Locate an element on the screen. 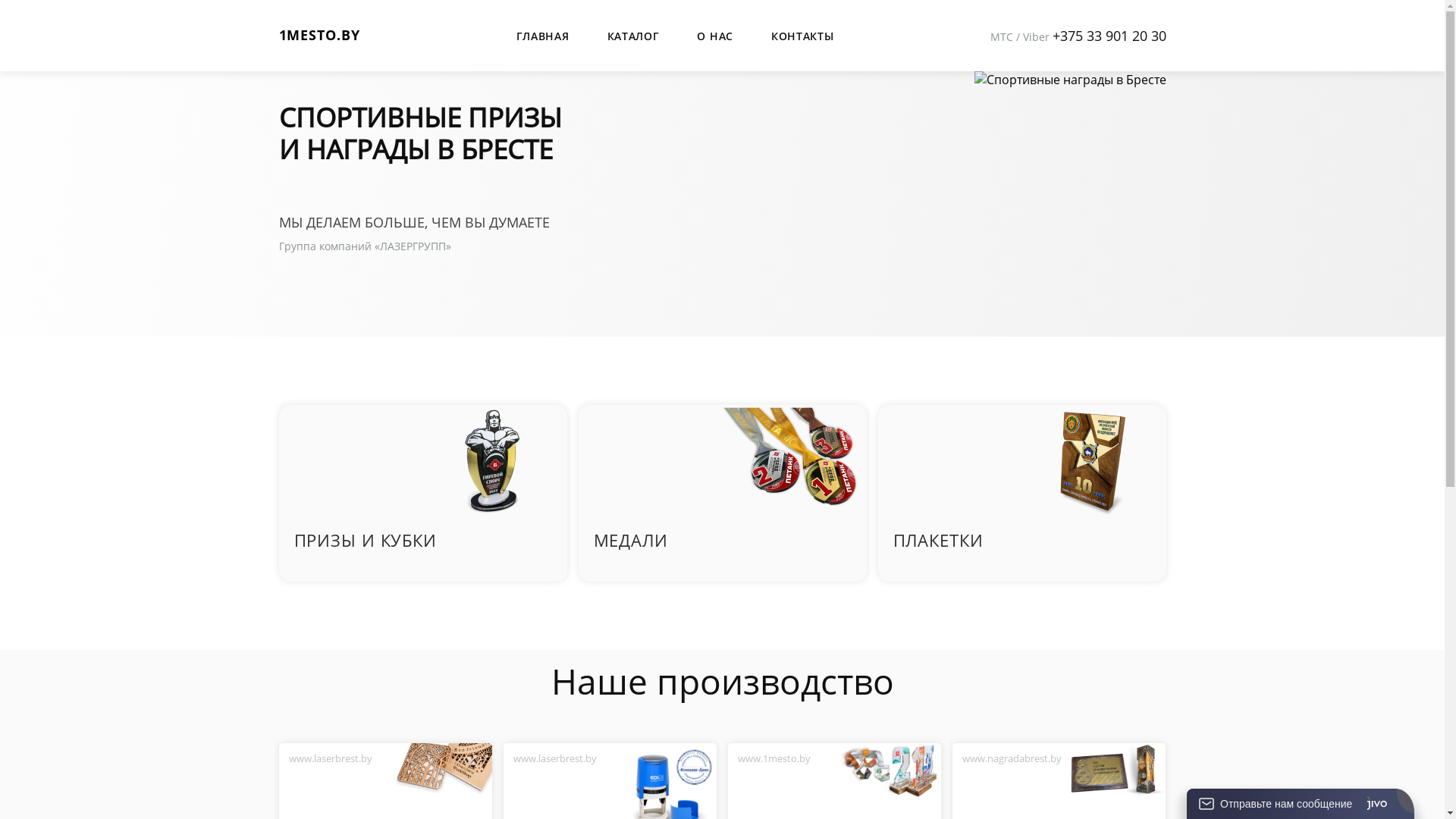 The height and width of the screenshot is (819, 1456). '1MESTO.BY' is located at coordinates (318, 34).